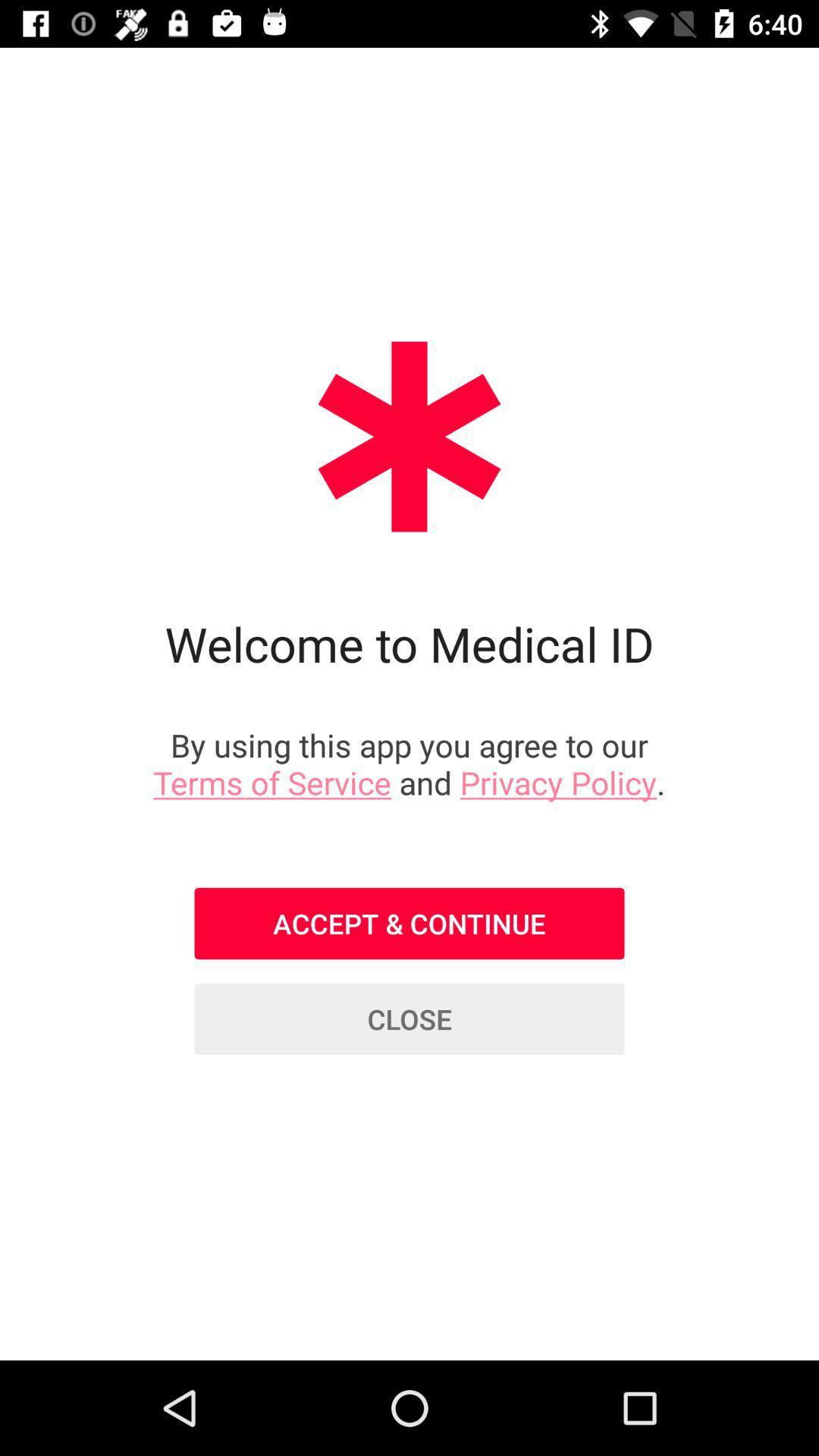  Describe the element at coordinates (409, 1019) in the screenshot. I see `the icon below the accept & continue icon` at that location.